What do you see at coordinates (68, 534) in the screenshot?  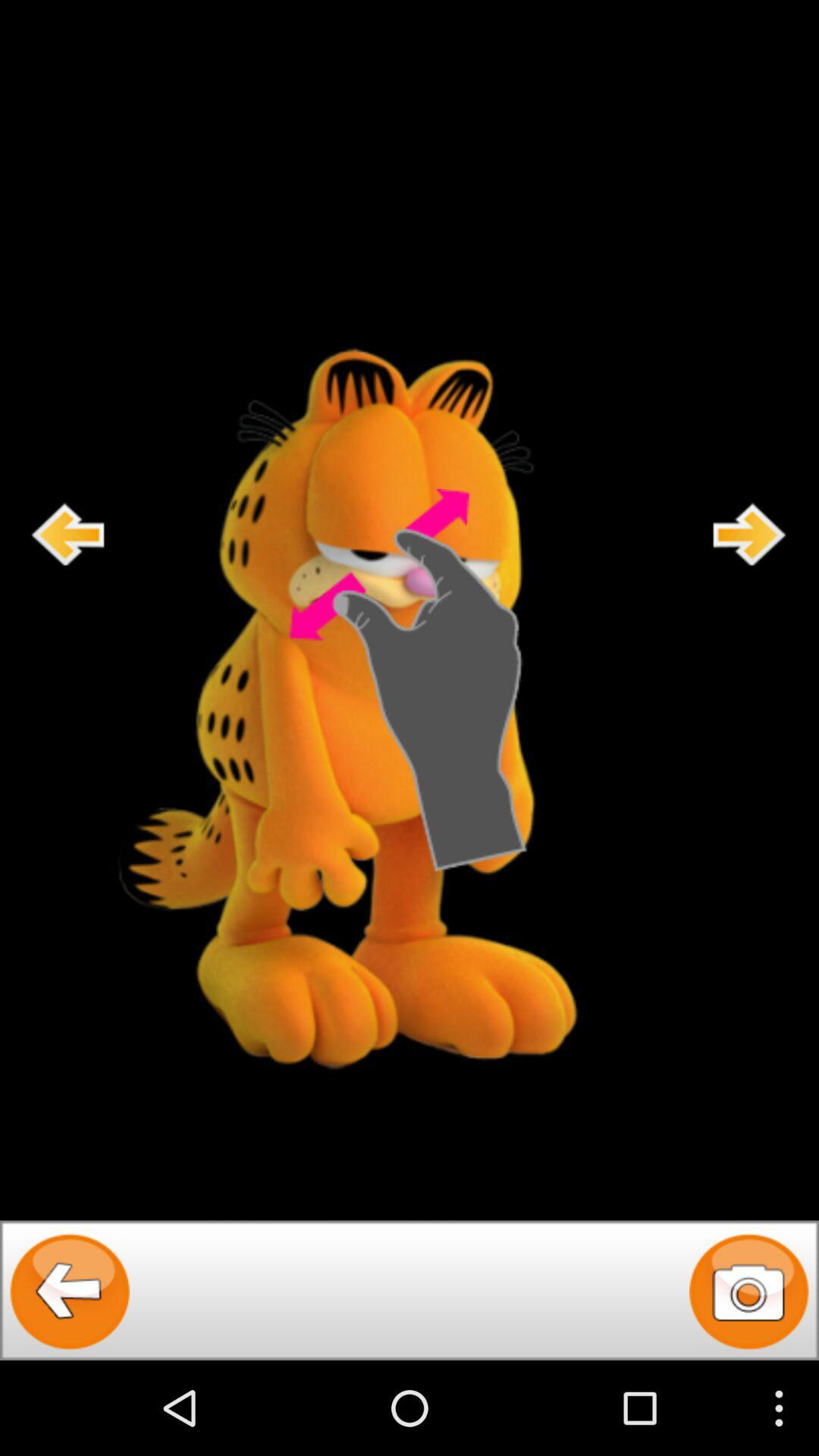 I see `previous` at bounding box center [68, 534].